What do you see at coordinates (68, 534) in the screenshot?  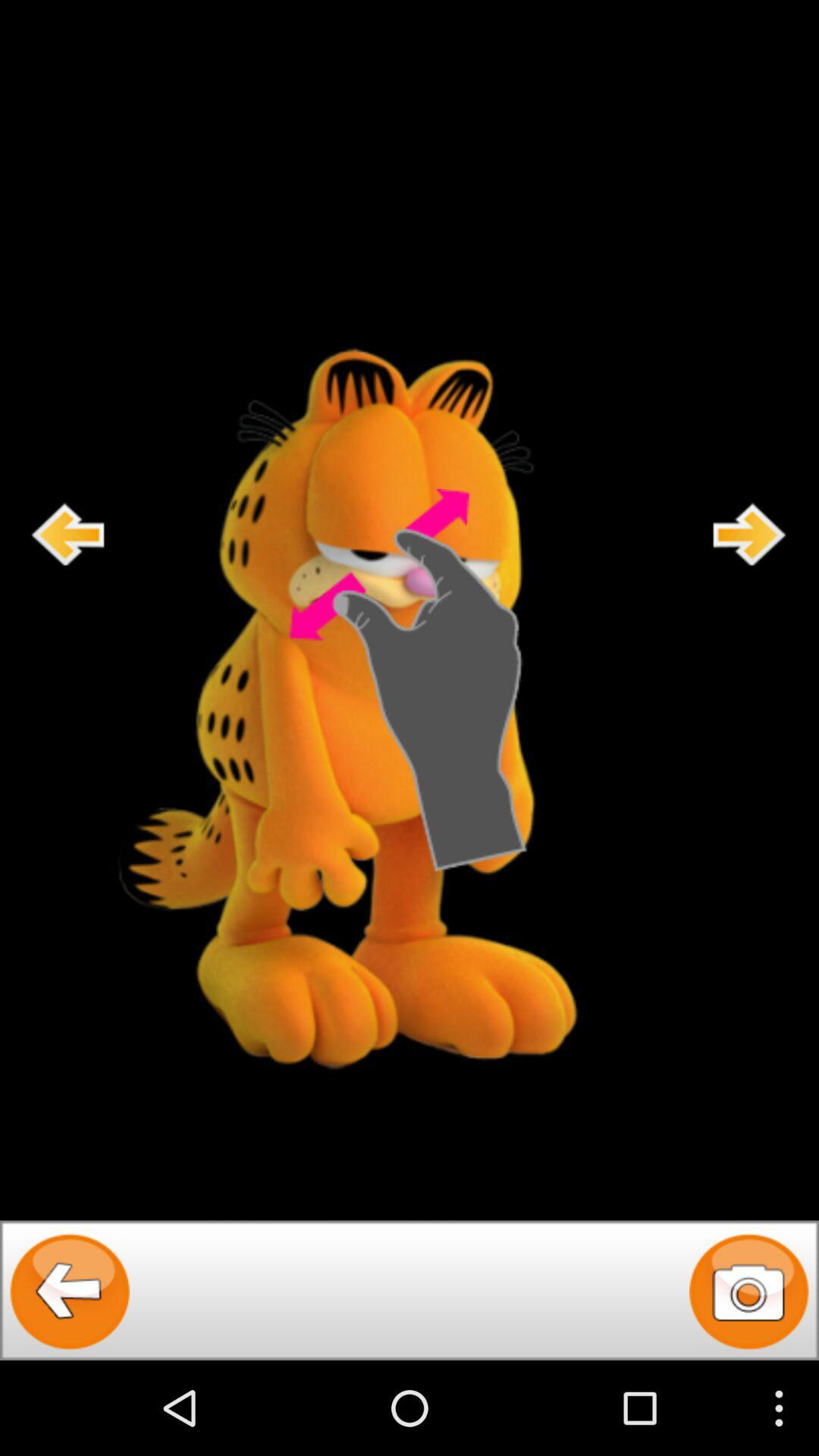 I see `previous` at bounding box center [68, 534].